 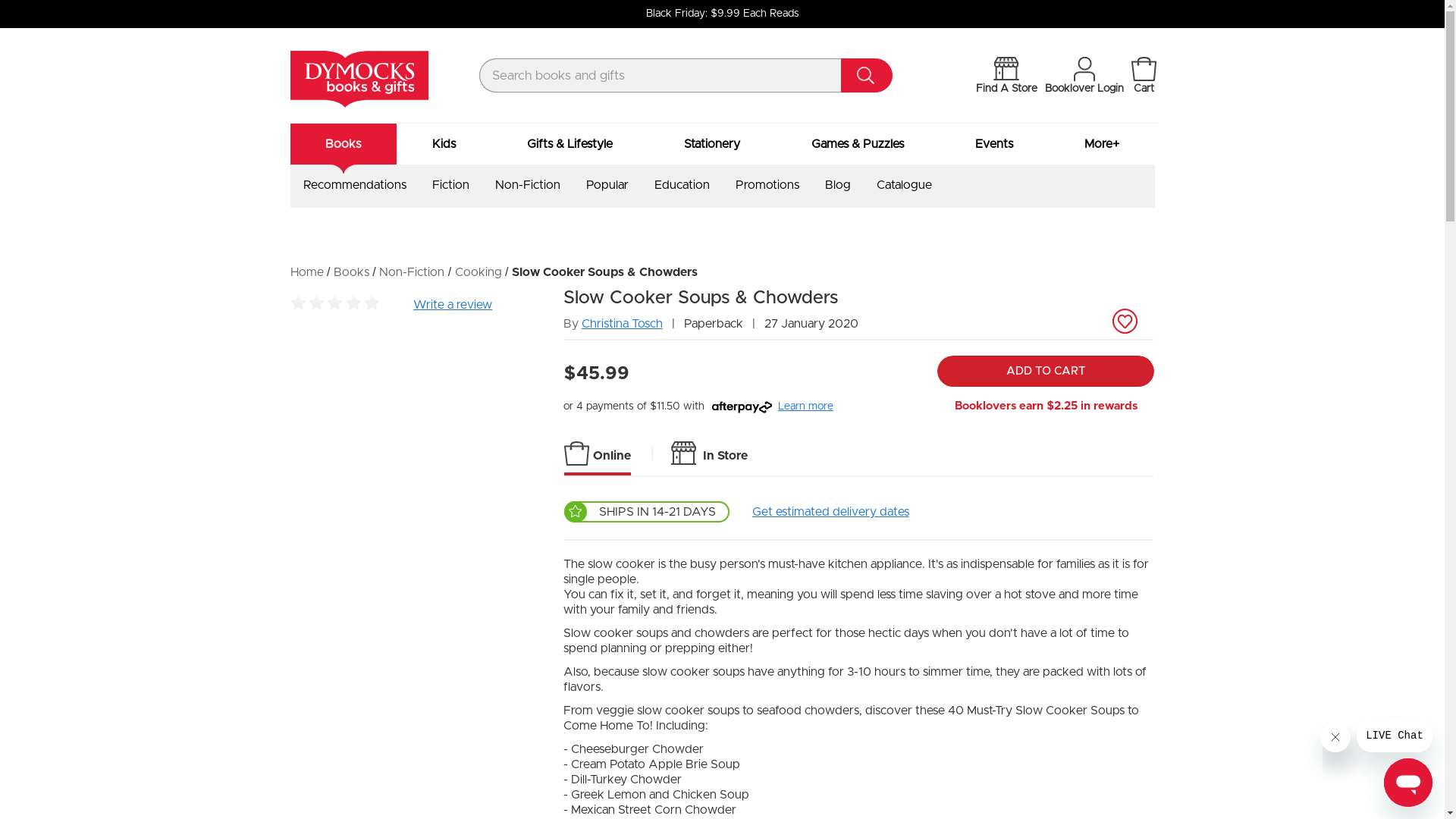 I want to click on 'Non-Fiction', so click(x=527, y=184).